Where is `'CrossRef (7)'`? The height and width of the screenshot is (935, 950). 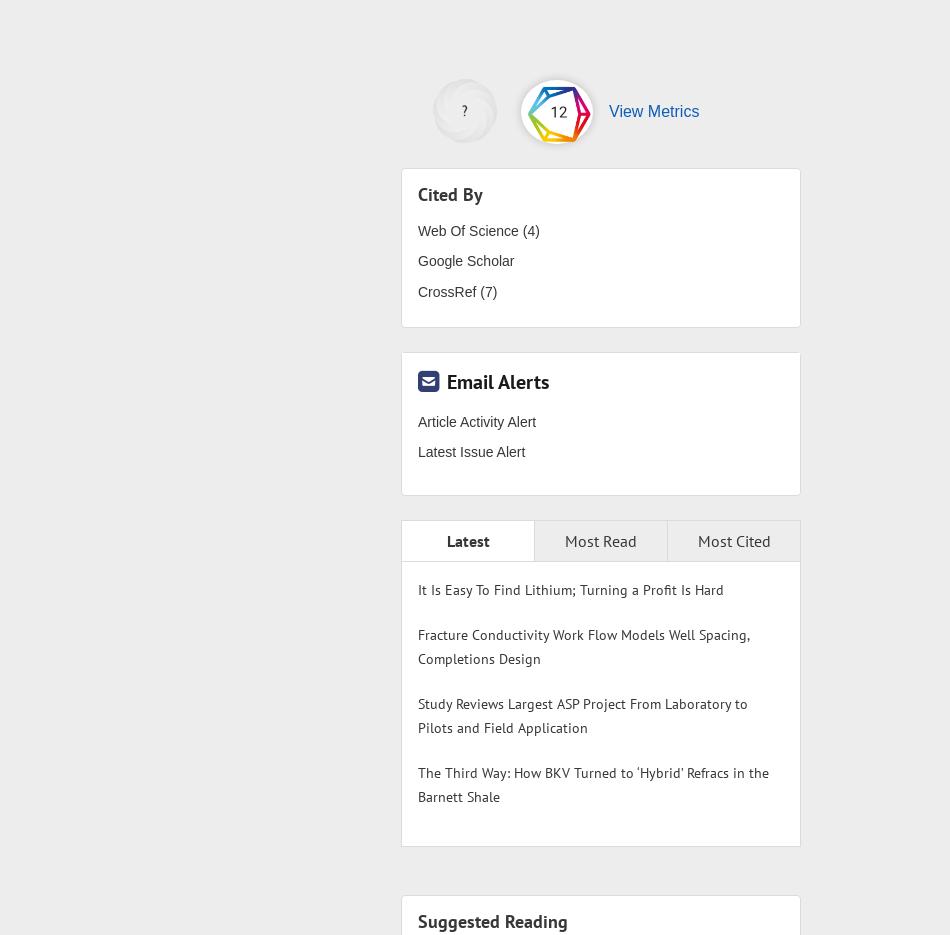
'CrossRef (7)' is located at coordinates (456, 289).